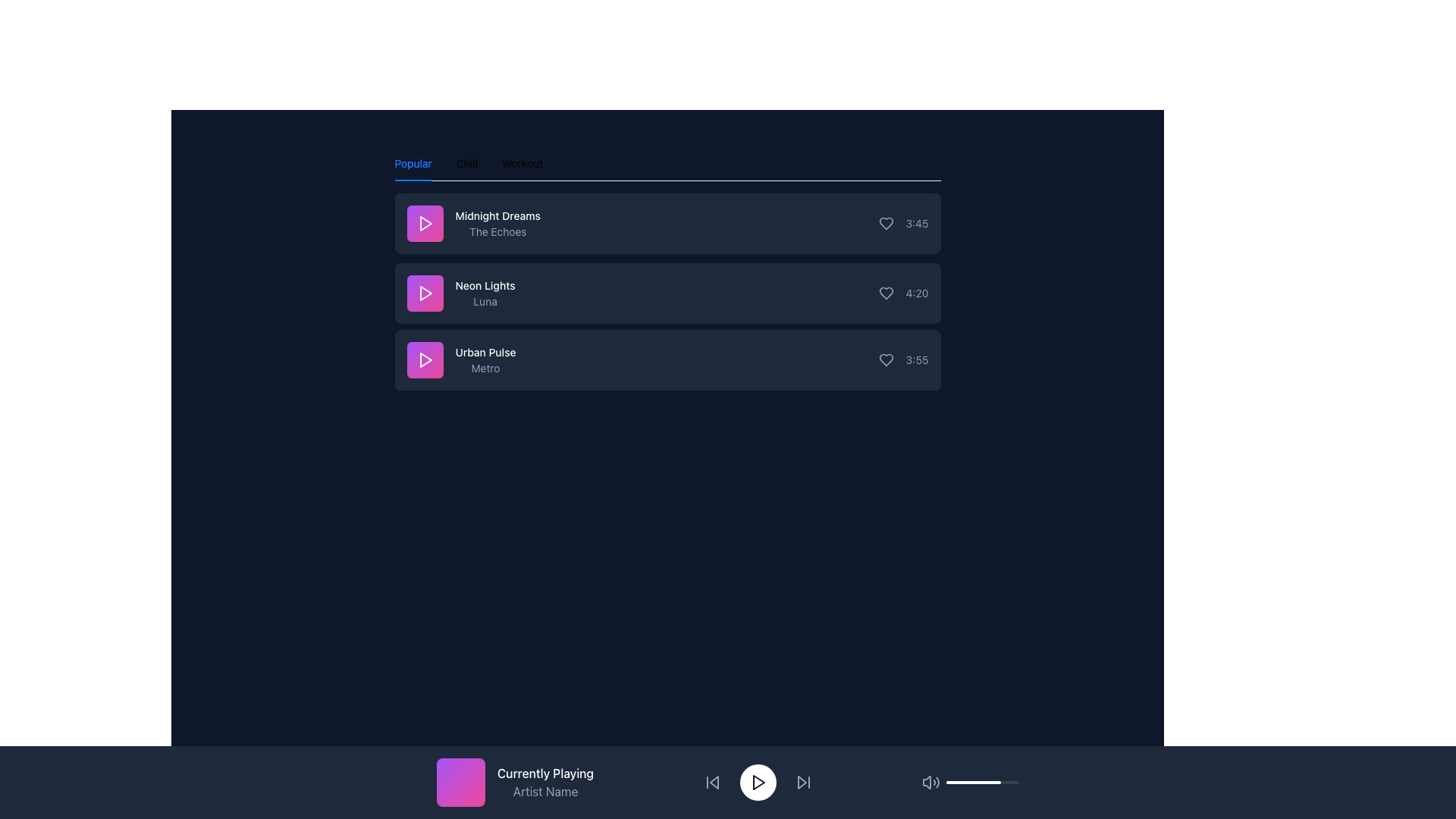 This screenshot has height=819, width=1456. What do you see at coordinates (468, 164) in the screenshot?
I see `the 'Chill' tab in the horizontal navigation bar` at bounding box center [468, 164].